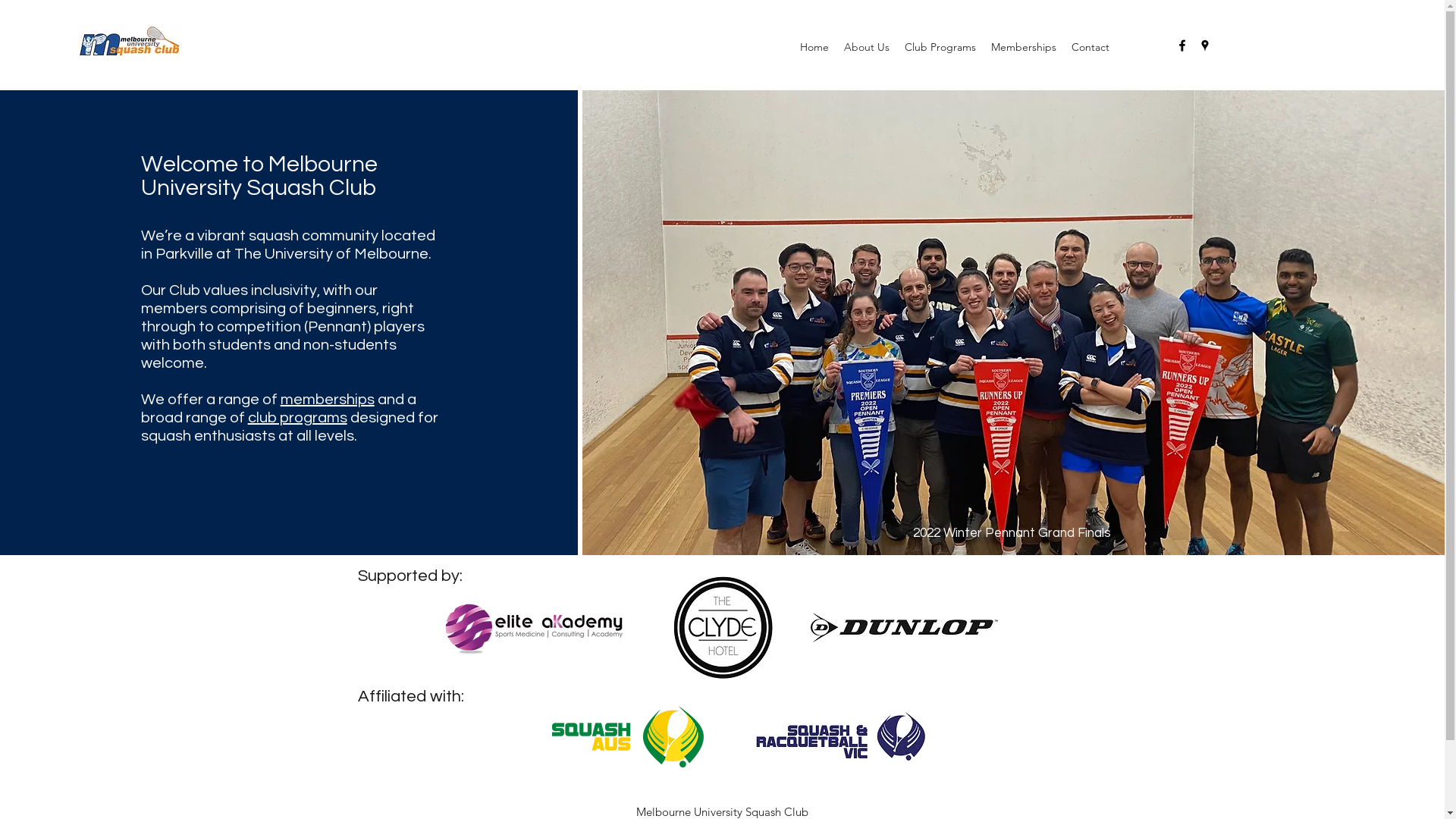  Describe the element at coordinates (297, 418) in the screenshot. I see `'club programs'` at that location.